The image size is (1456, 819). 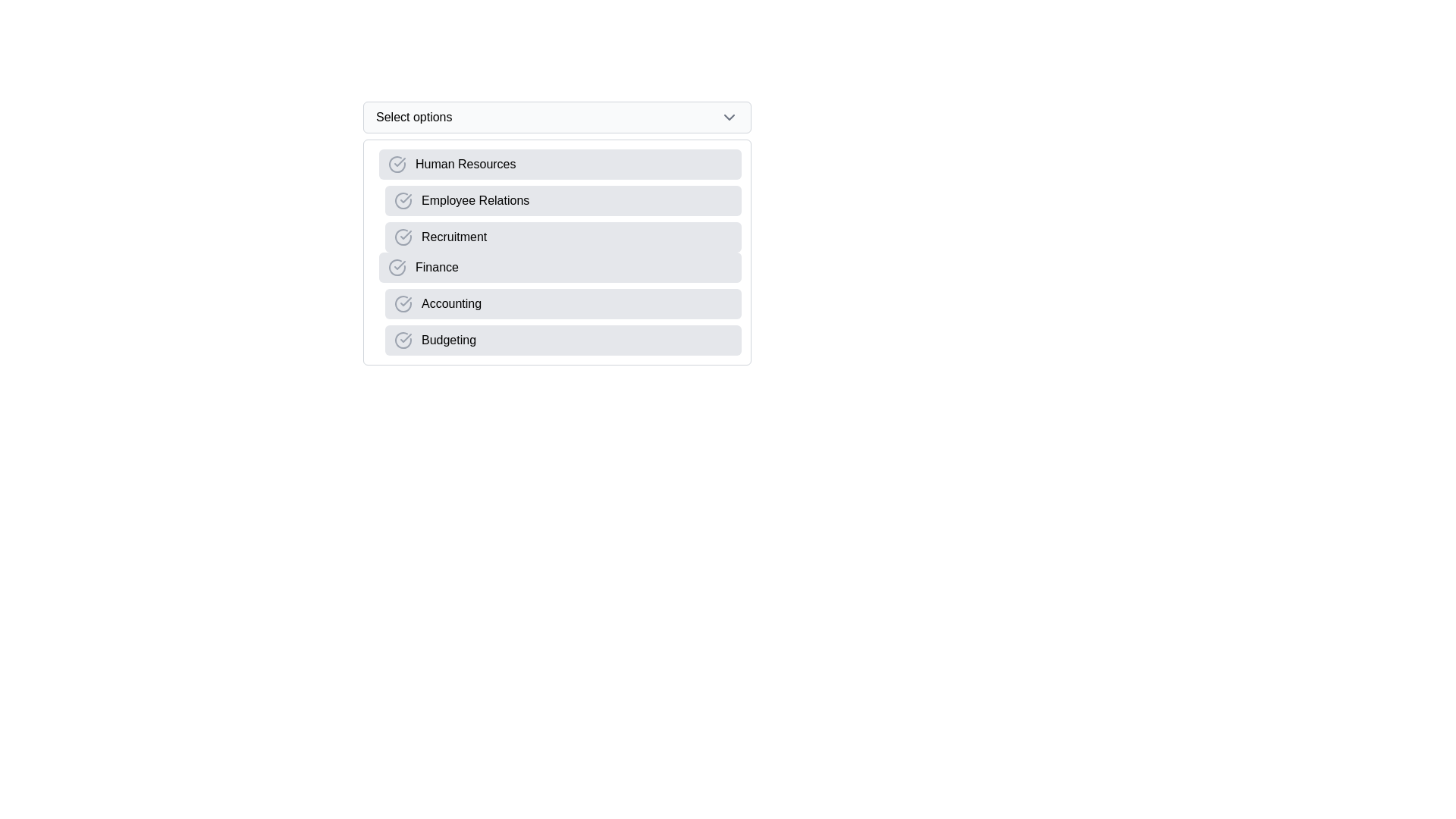 I want to click on the circular graphic containing an arc segment that is part of the icon to the left of the word 'Budgeting', so click(x=403, y=339).